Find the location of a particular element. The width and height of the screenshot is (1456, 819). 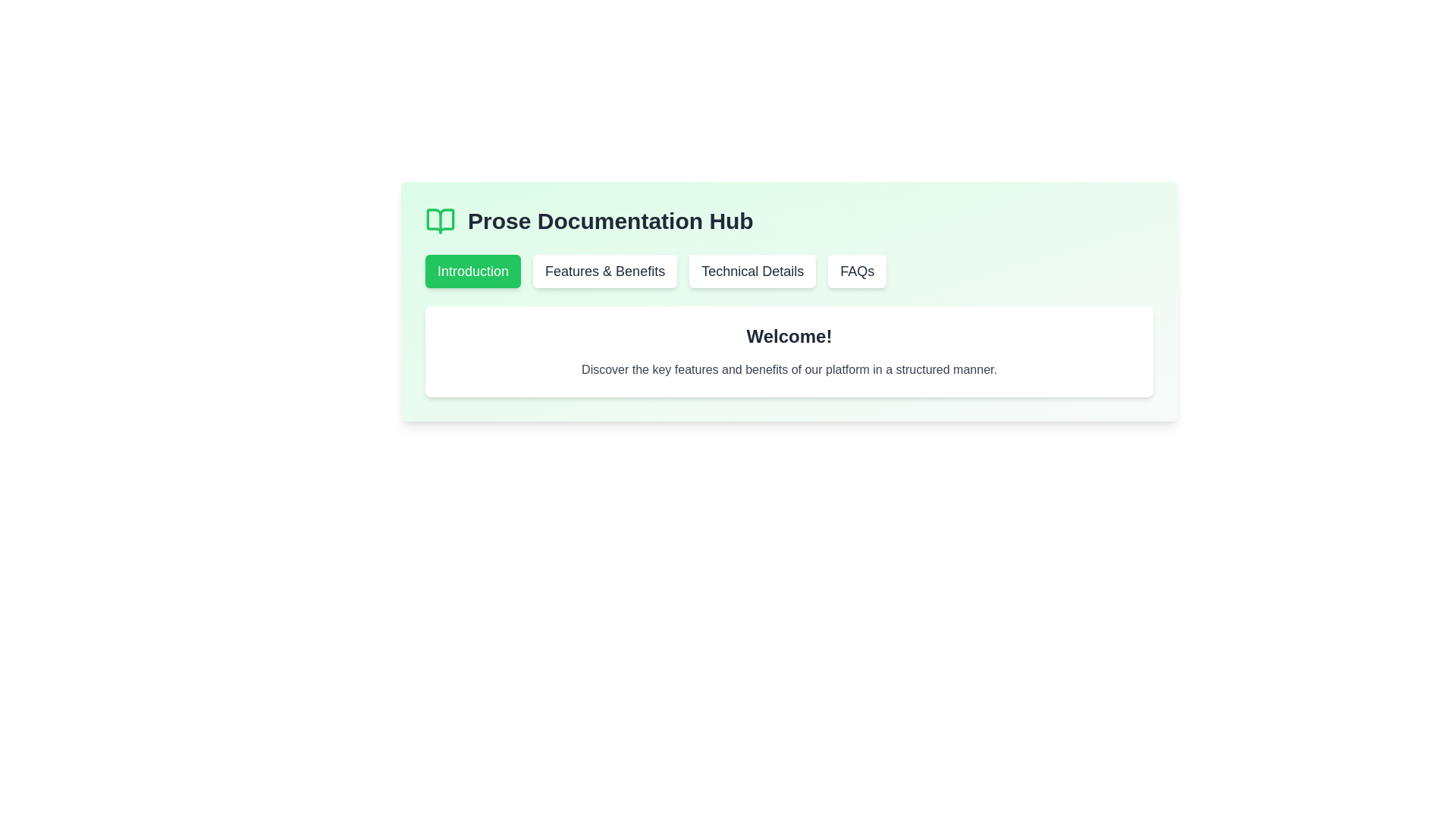

the navigation button located at the top-center section of the page is located at coordinates (472, 271).